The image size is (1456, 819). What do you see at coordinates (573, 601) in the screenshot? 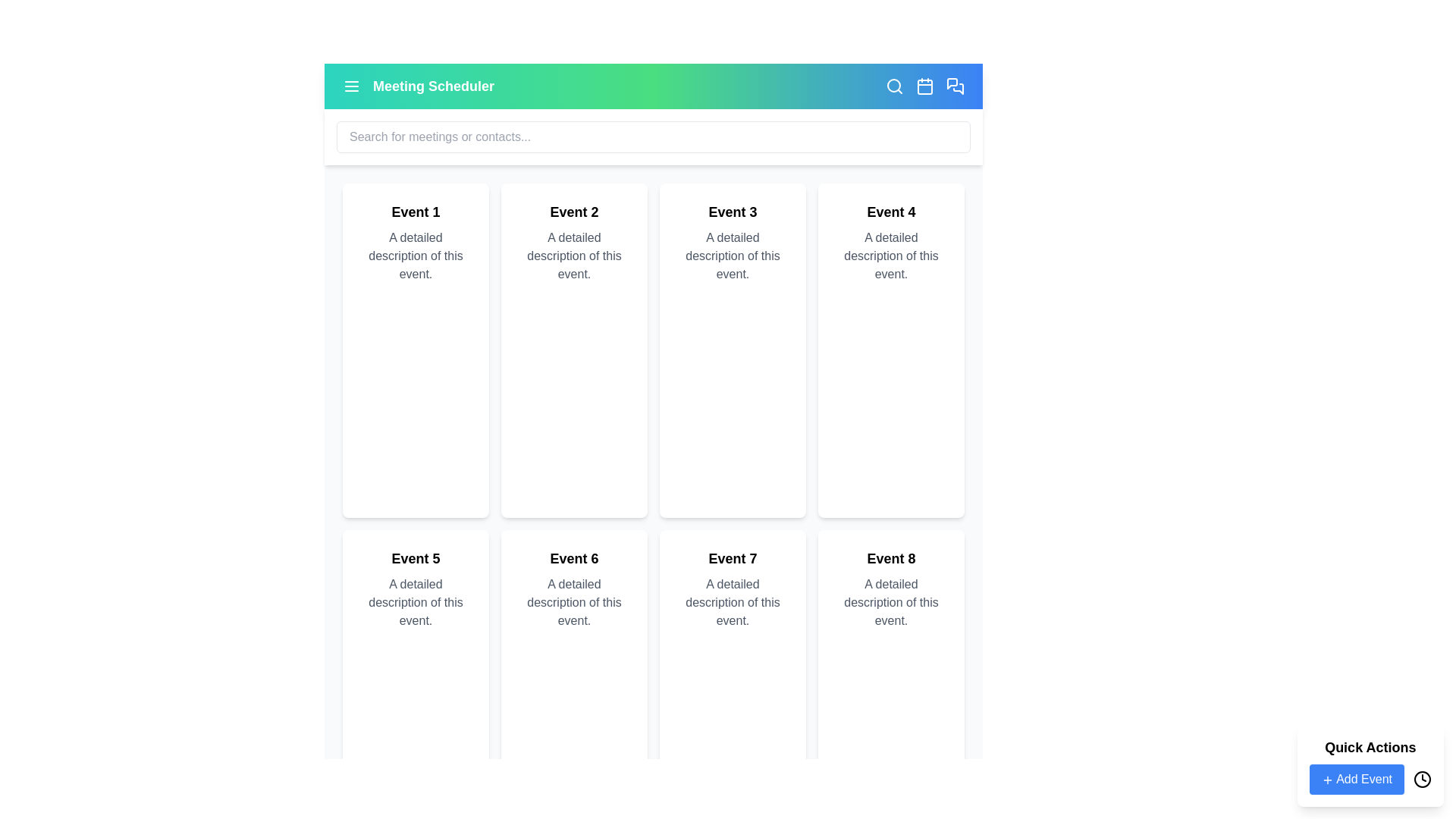
I see `static descriptive text located directly below the title 'Event 6' in the bottom row card layout, second from the left` at bounding box center [573, 601].